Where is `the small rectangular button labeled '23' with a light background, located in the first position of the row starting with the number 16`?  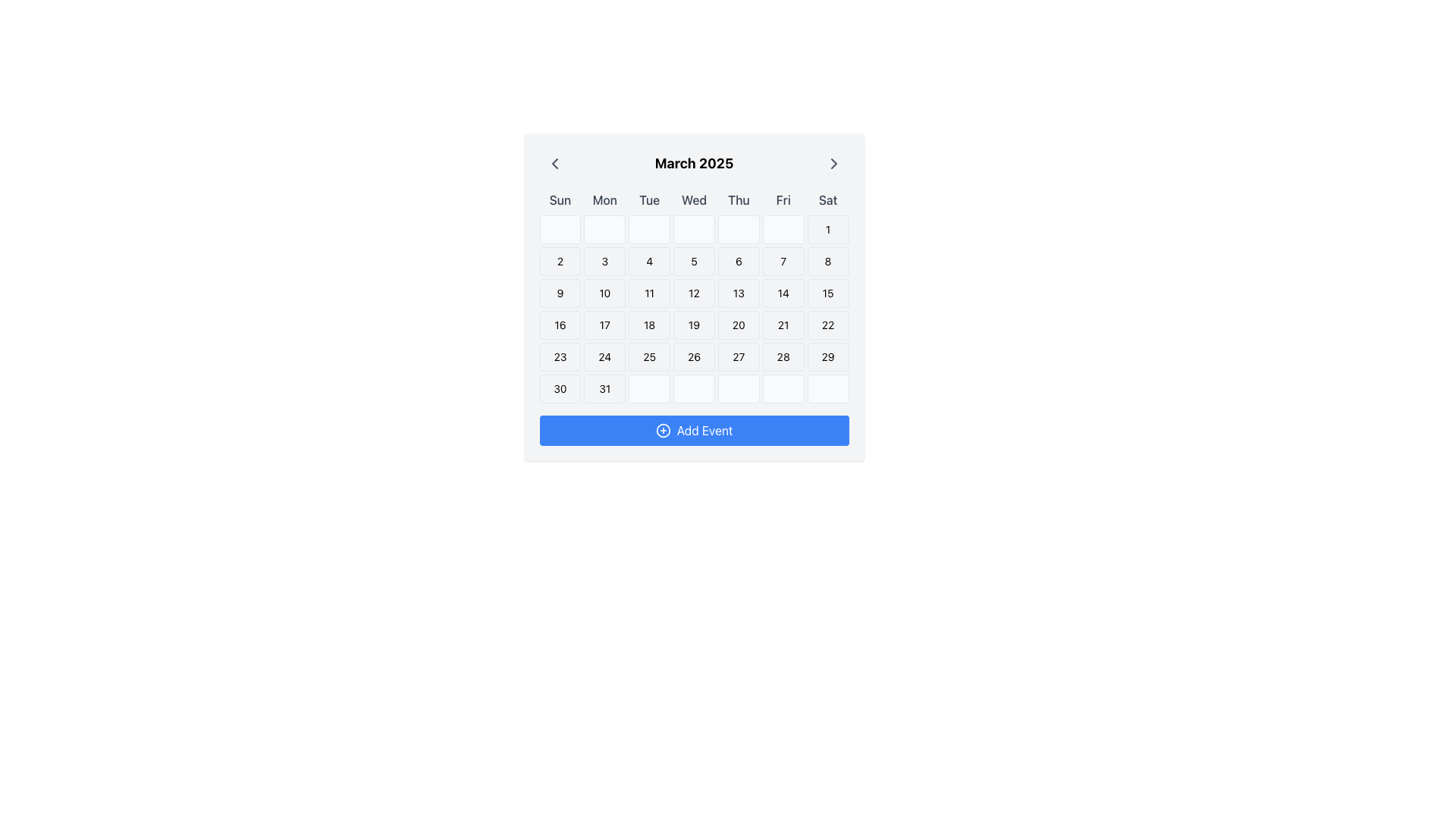
the small rectangular button labeled '23' with a light background, located in the first position of the row starting with the number 16 is located at coordinates (560, 356).